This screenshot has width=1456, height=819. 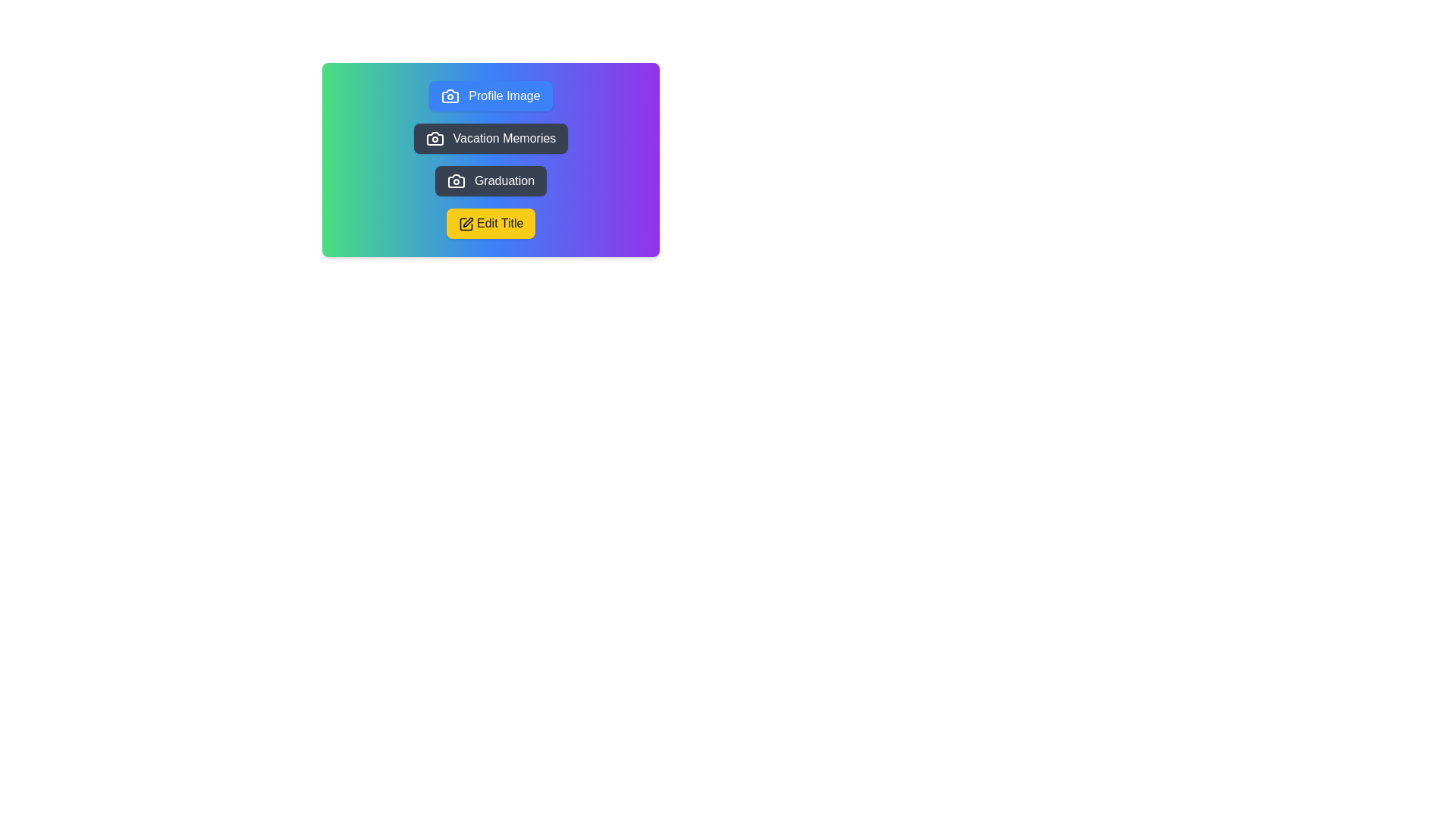 I want to click on the interactive button for editing the title, which is the fourth button in a vertical column layout, to observe its hover effect, so click(x=491, y=223).